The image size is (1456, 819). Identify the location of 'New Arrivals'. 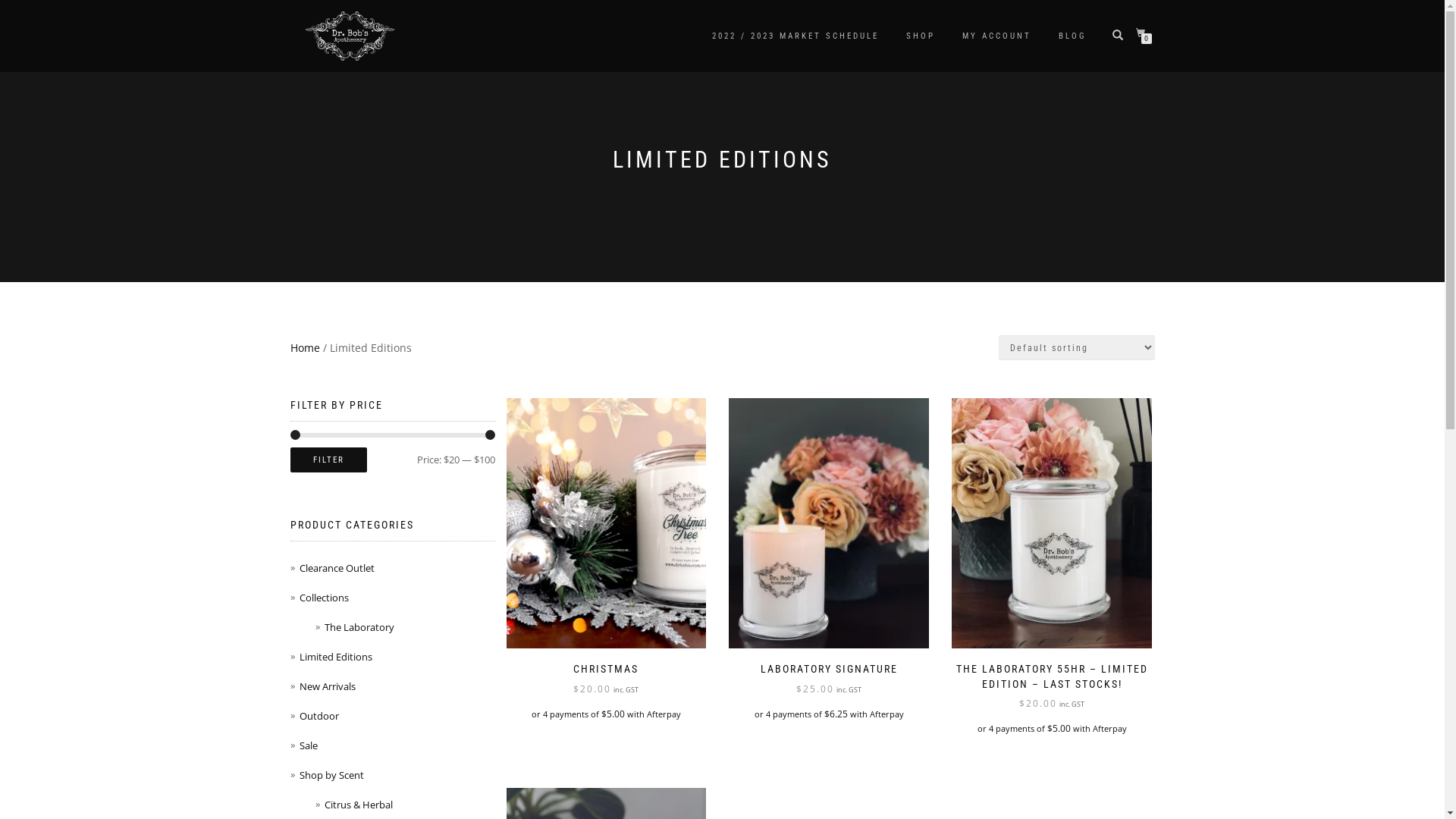
(298, 686).